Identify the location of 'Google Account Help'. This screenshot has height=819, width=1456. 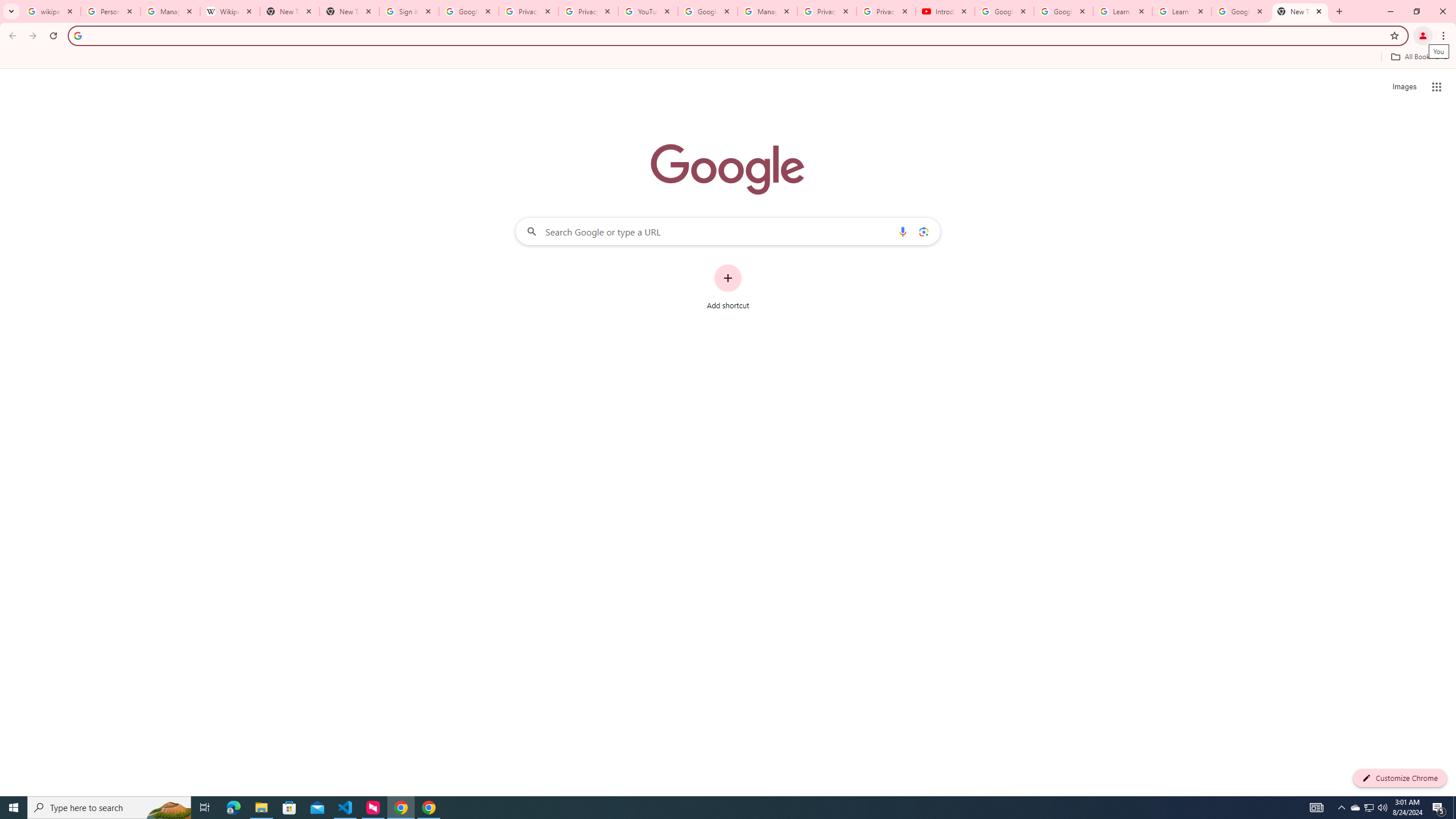
(1004, 11).